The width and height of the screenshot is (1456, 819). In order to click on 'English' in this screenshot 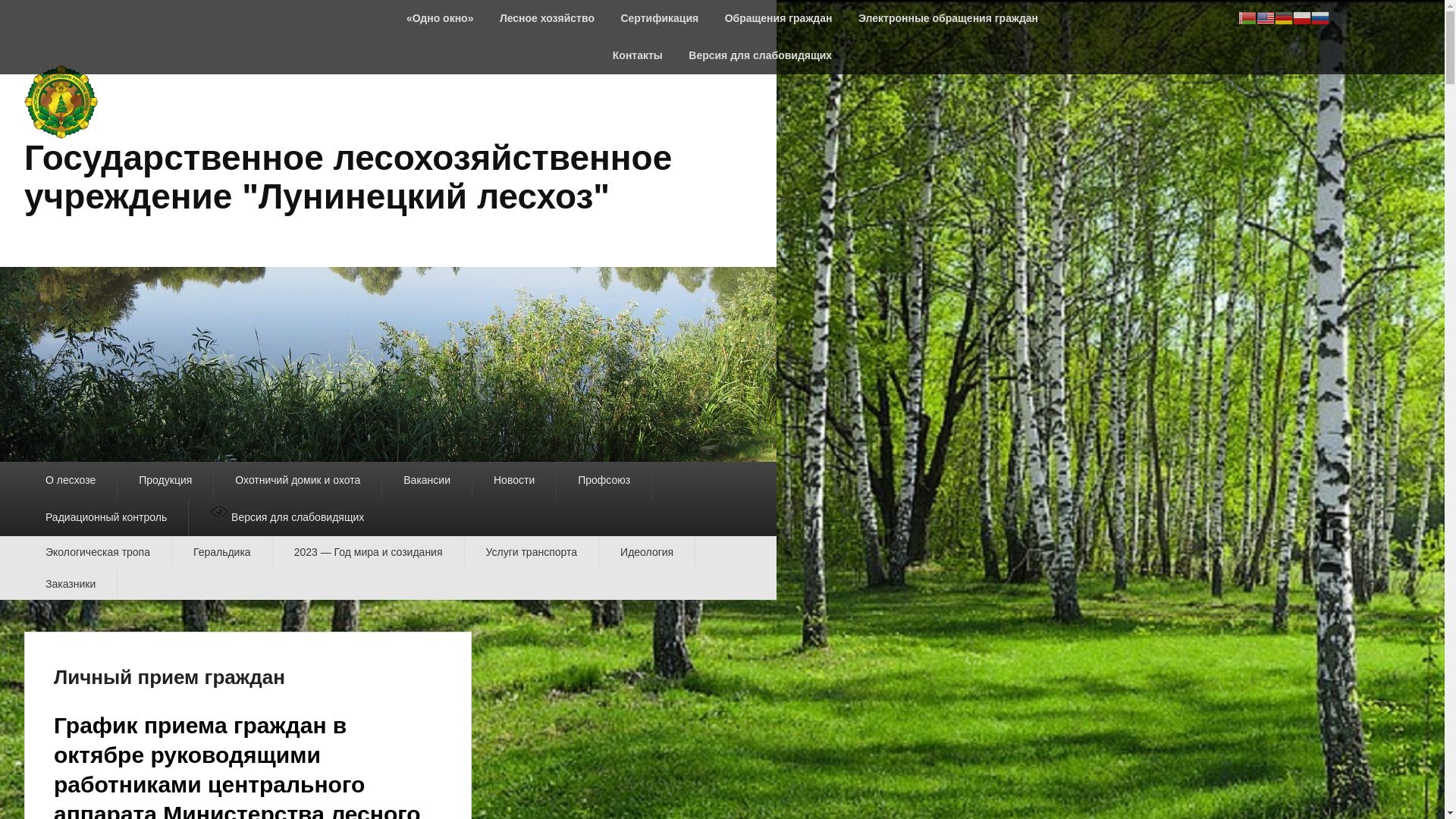, I will do `click(1266, 17)`.